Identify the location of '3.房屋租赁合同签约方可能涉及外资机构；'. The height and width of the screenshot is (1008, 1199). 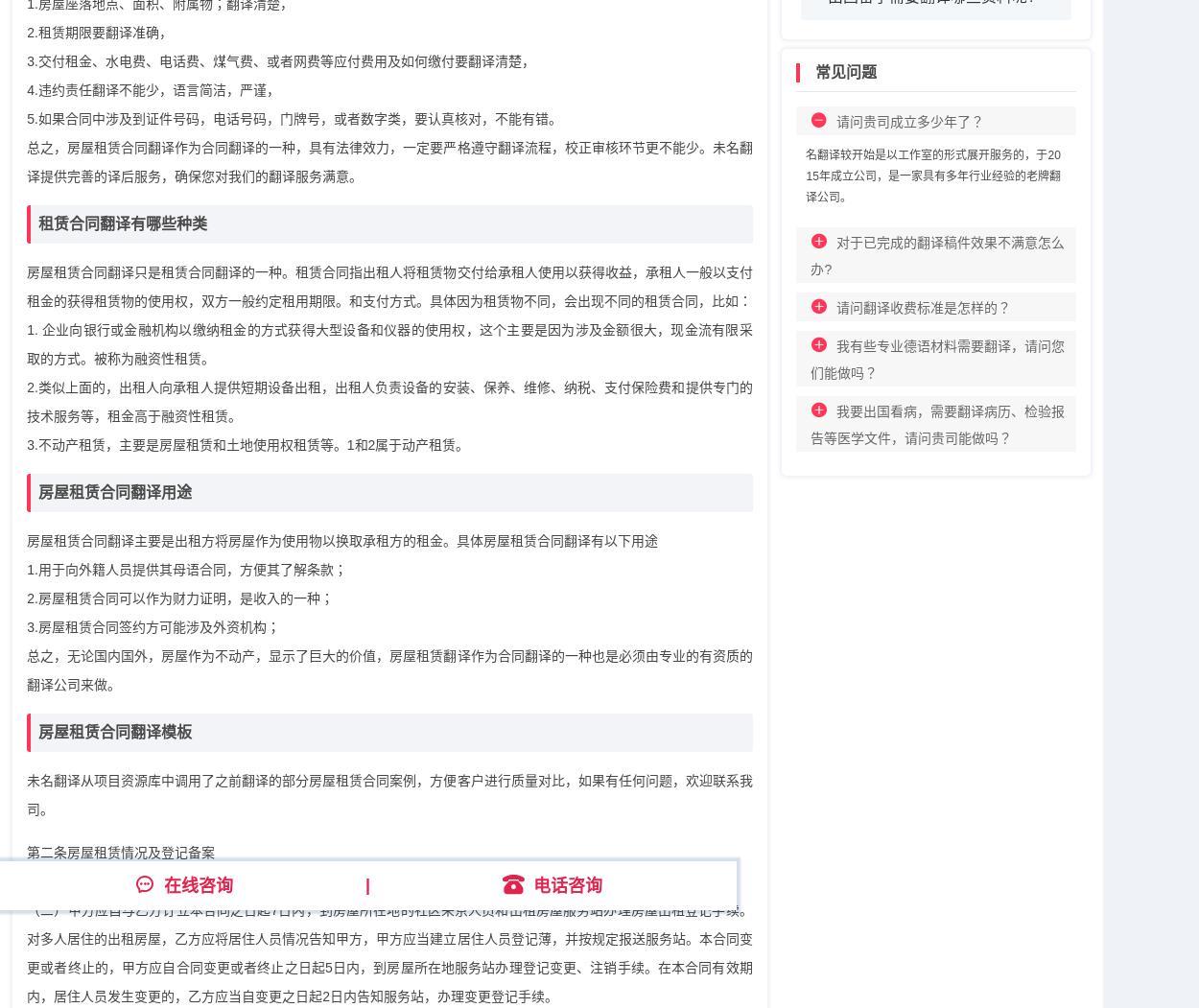
(153, 625).